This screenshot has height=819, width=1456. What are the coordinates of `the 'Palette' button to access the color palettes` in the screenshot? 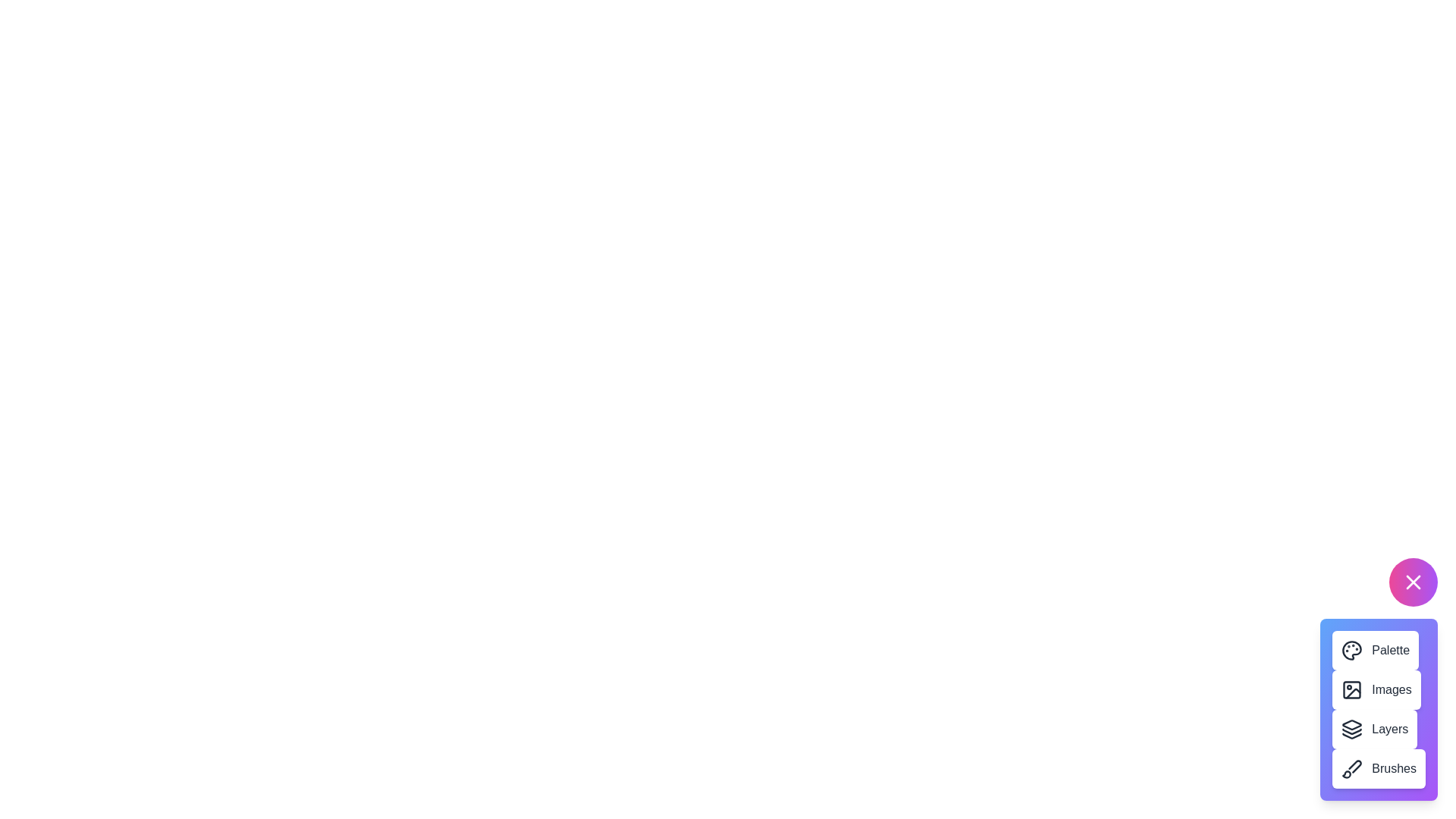 It's located at (1376, 649).